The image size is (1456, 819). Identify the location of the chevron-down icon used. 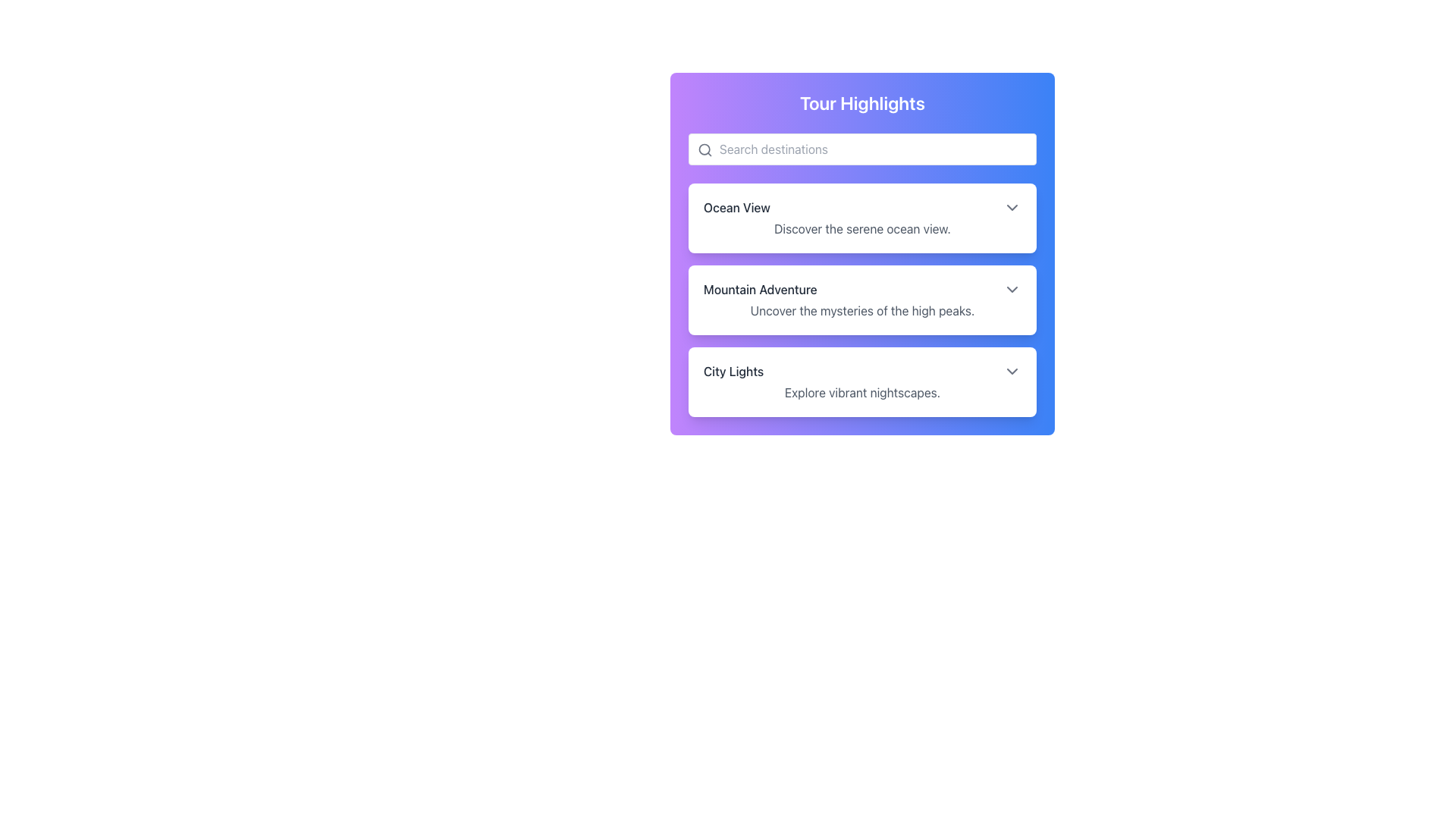
(1012, 289).